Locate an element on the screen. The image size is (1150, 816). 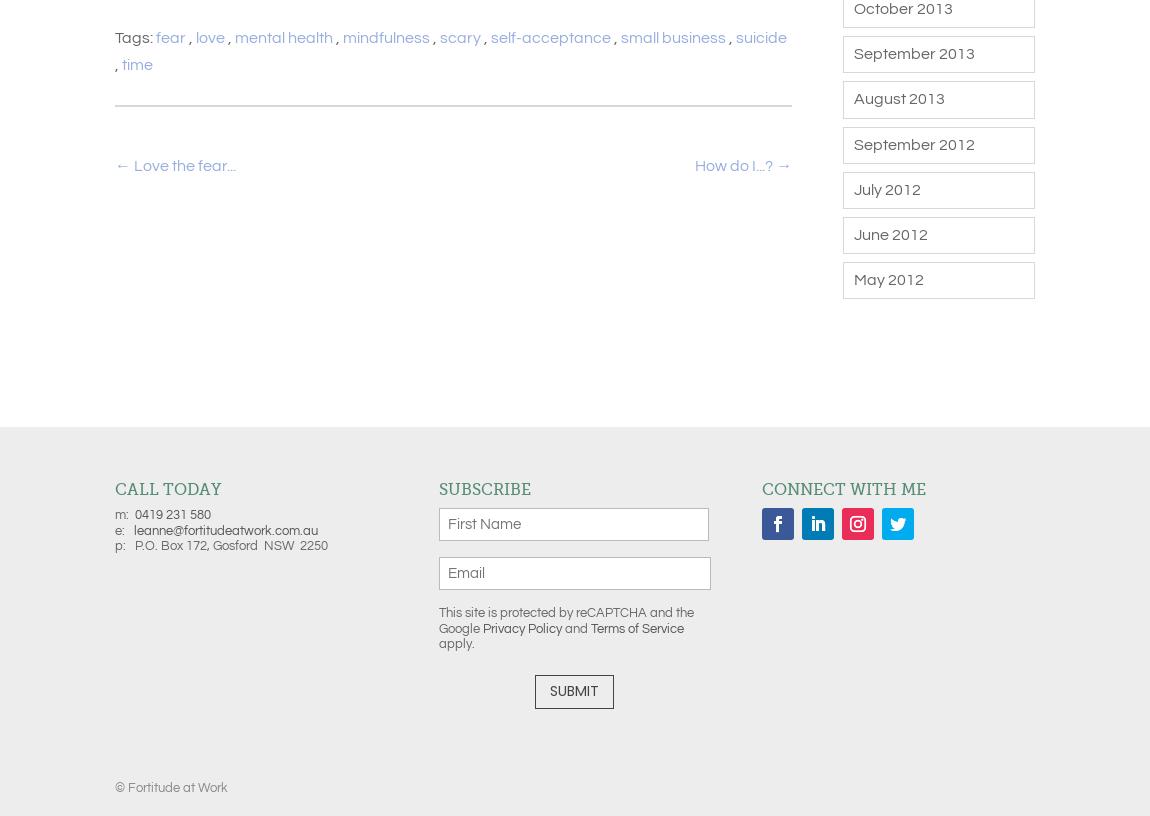
'Tags:' is located at coordinates (134, 37).